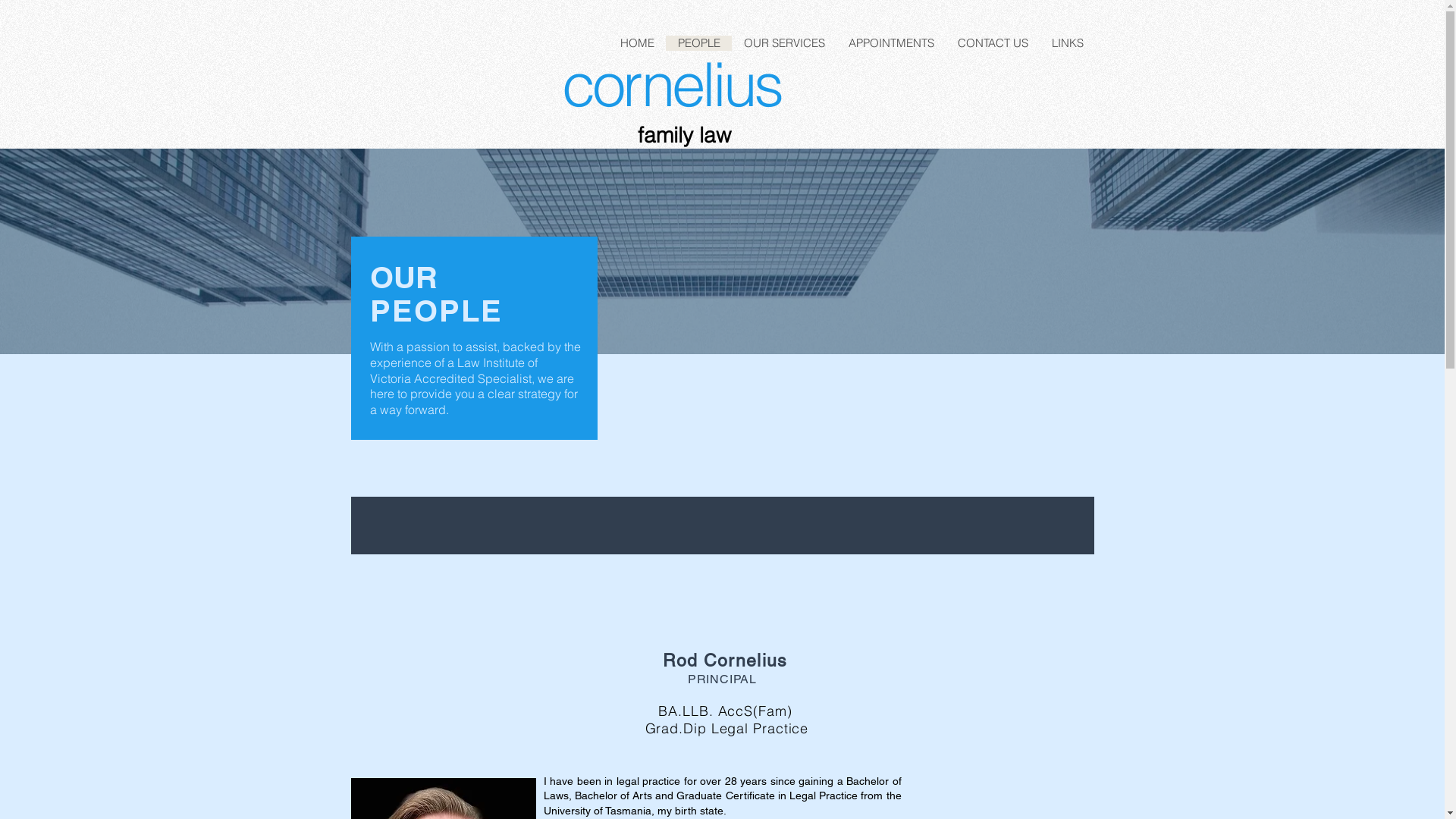  What do you see at coordinates (991, 42) in the screenshot?
I see `'CONTACT US'` at bounding box center [991, 42].